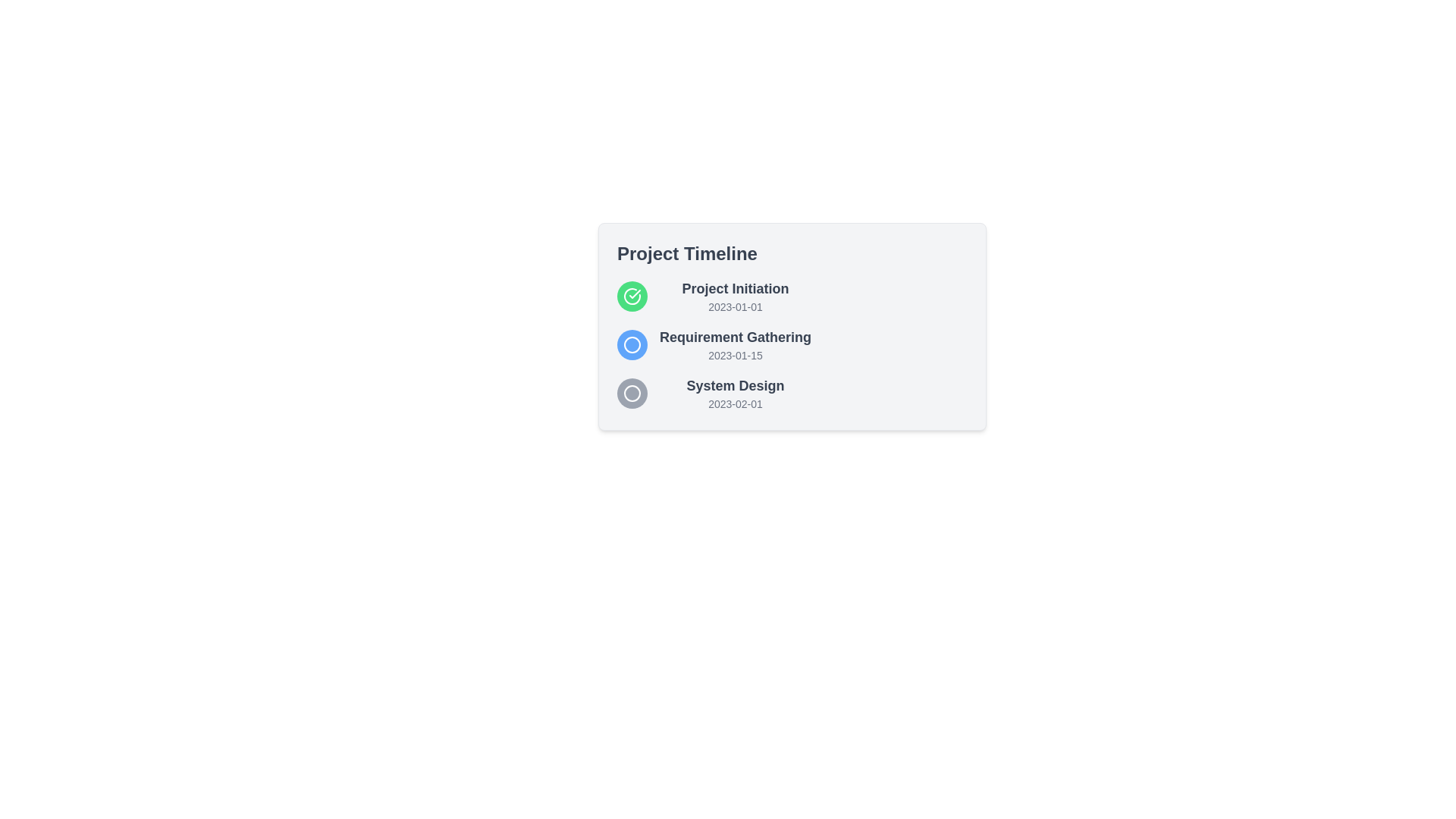 The image size is (1456, 819). Describe the element at coordinates (632, 296) in the screenshot. I see `the green icon indicating the completion of the 'Project Initiation' milestone to interpret it as completed` at that location.